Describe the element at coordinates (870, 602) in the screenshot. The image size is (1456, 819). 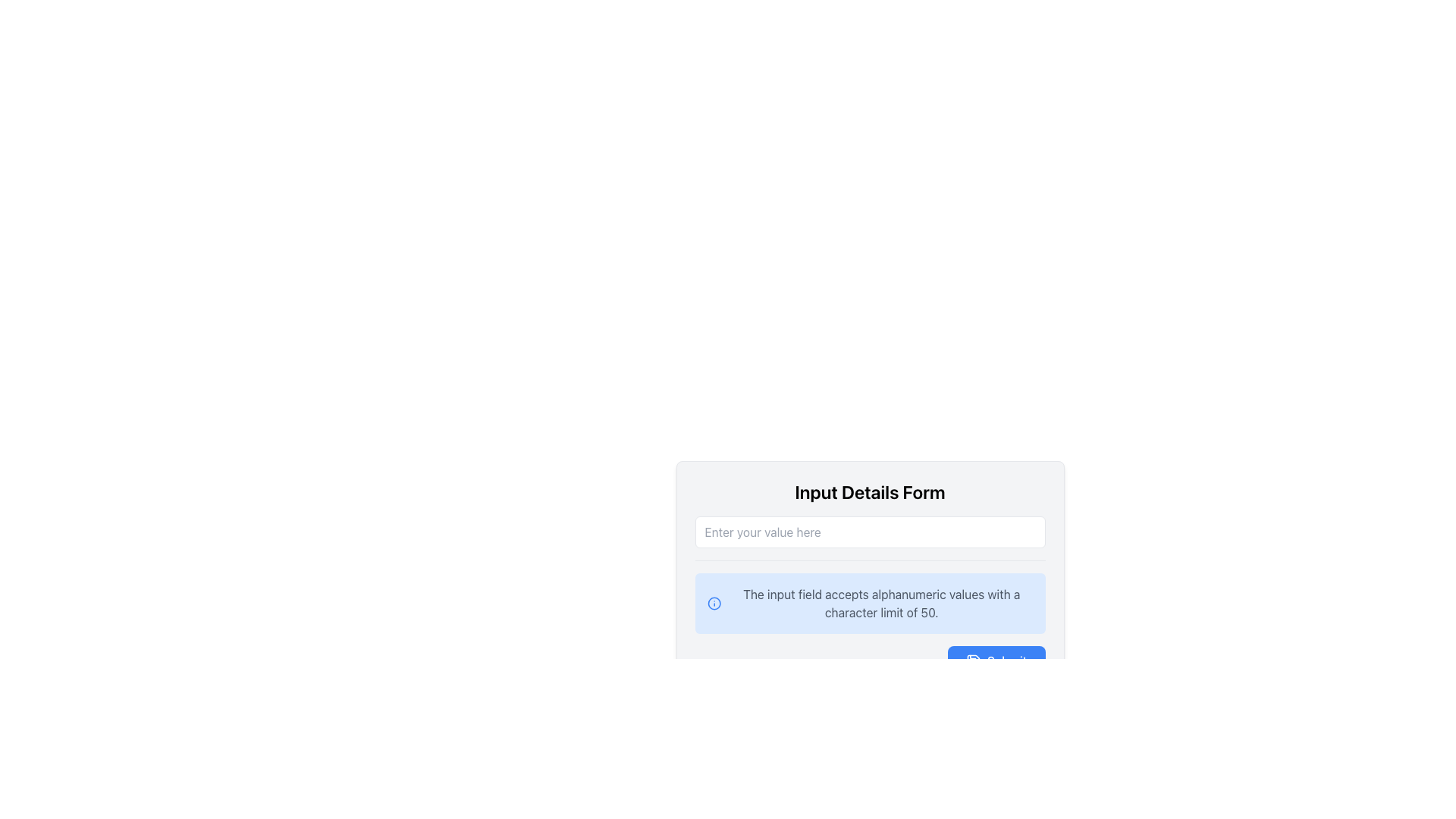
I see `text from the Informational Panel located below the text input field and above the 'Submit' button` at that location.